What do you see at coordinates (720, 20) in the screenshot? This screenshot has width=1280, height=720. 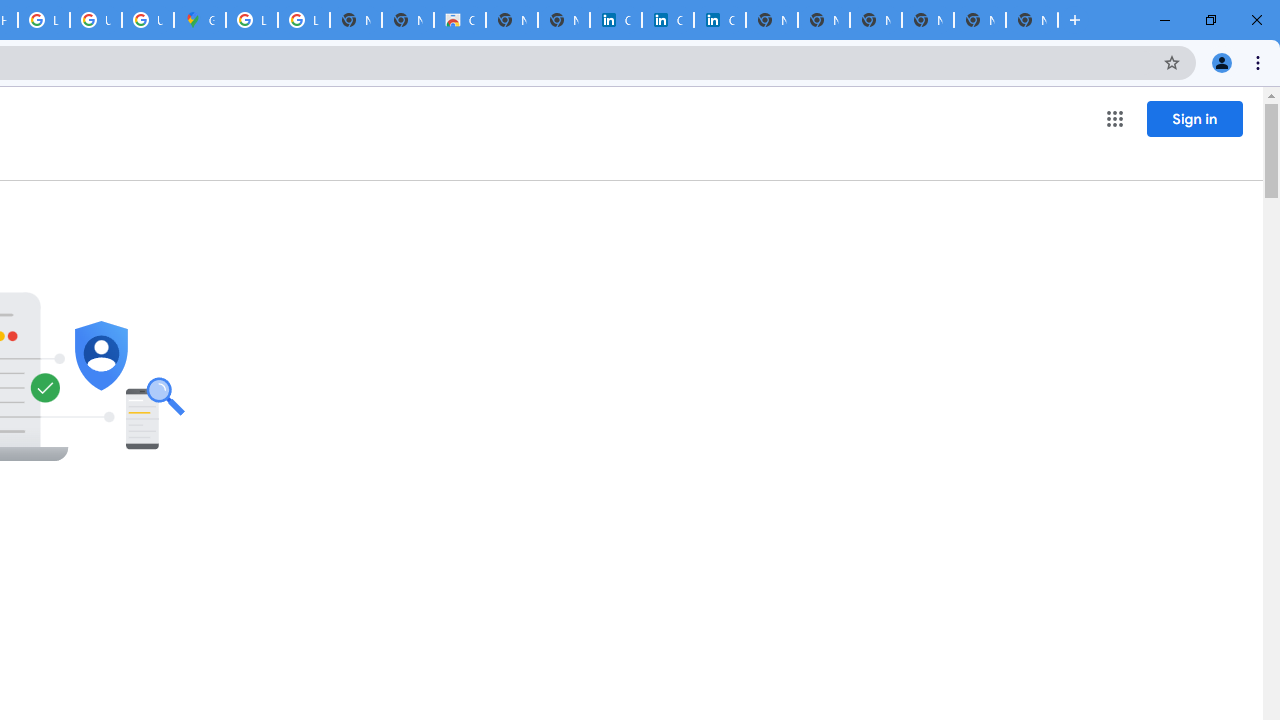 I see `'Copyright Policy'` at bounding box center [720, 20].